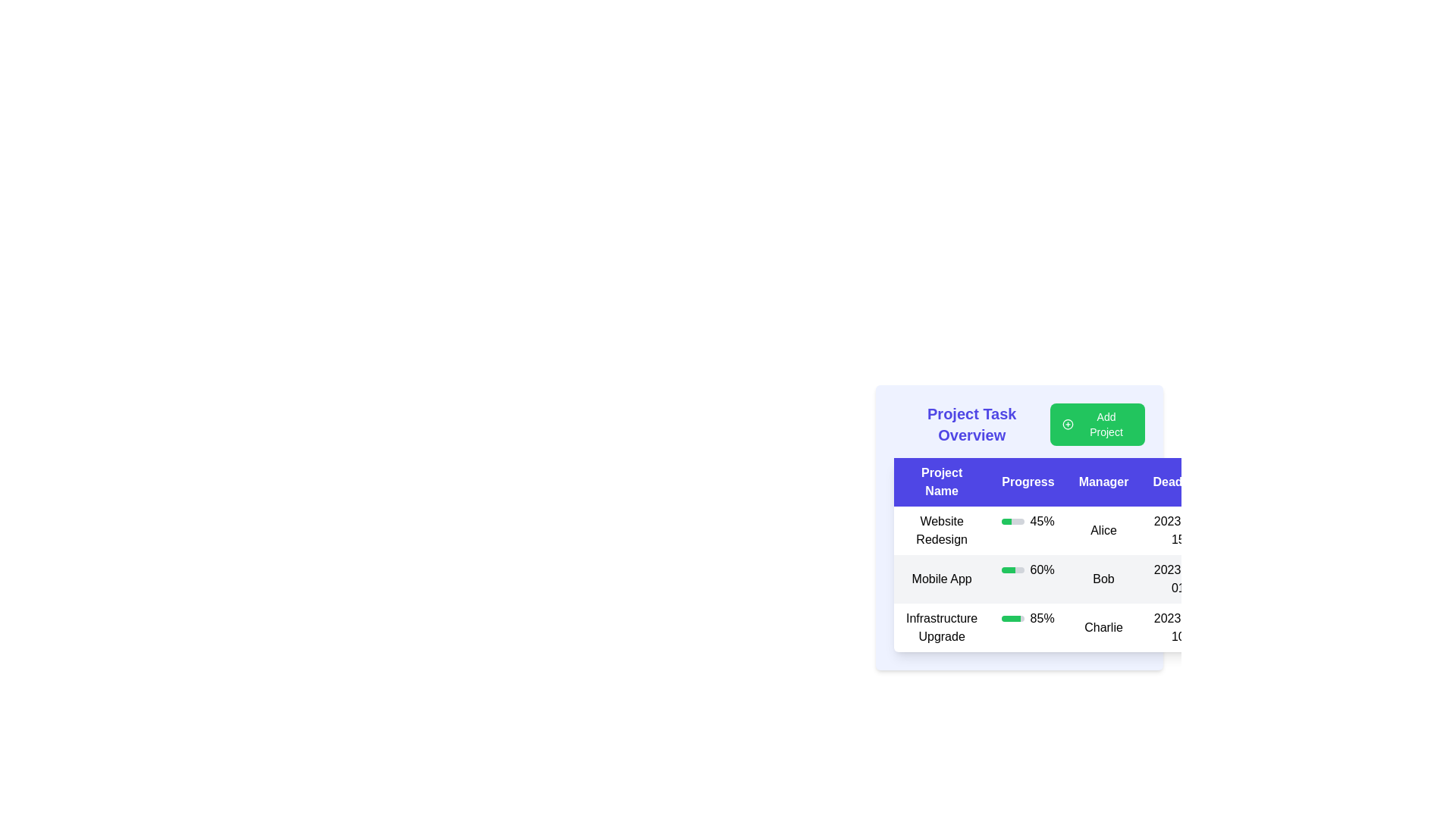 Image resolution: width=1456 pixels, height=819 pixels. I want to click on styling of the 'Progress' table header item, which is the second header in a horizontally aligned table row with a blue background and bold white font, so click(1054, 482).